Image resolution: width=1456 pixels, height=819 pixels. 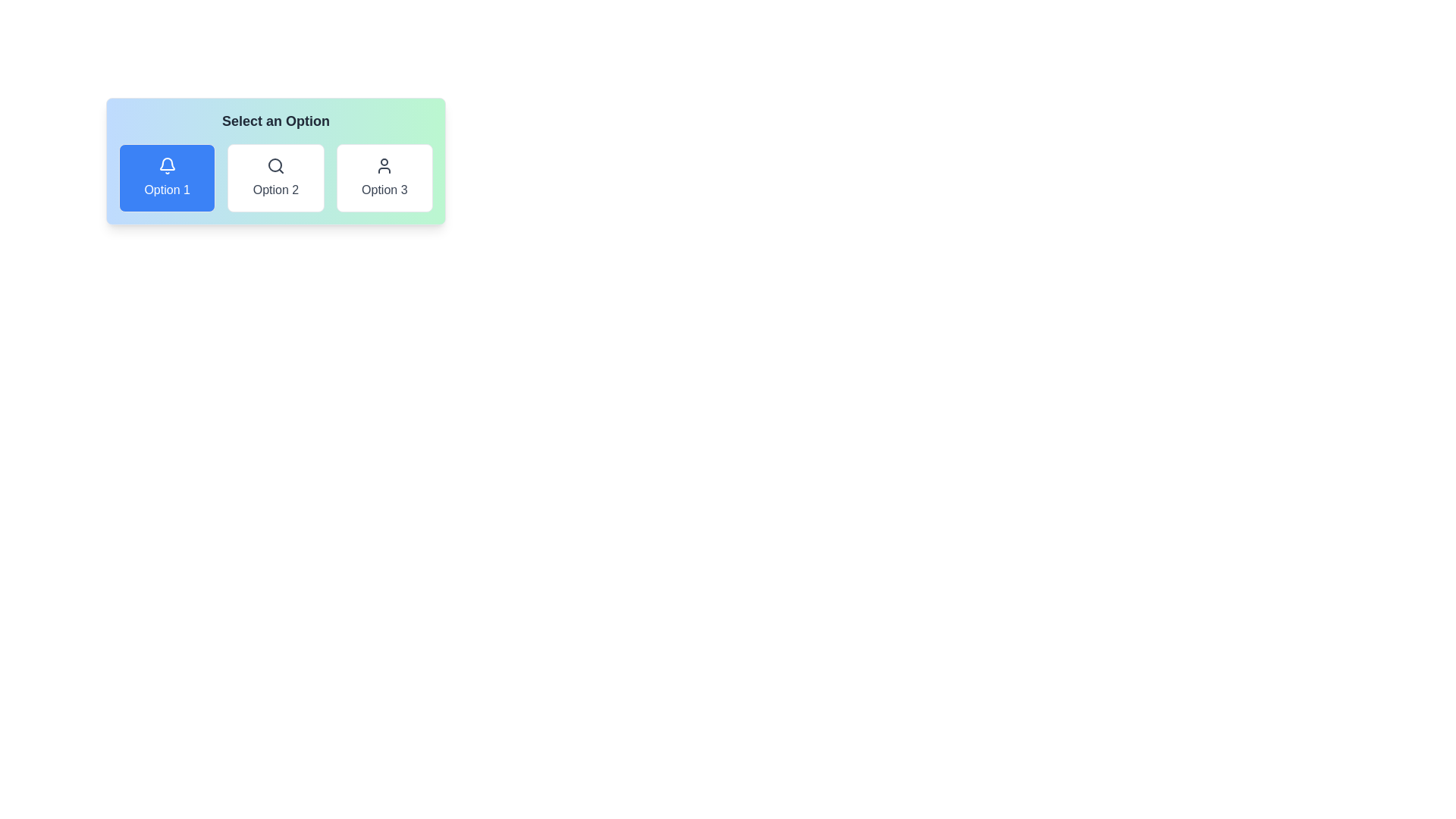 What do you see at coordinates (167, 166) in the screenshot?
I see `the bell icon within the button labeled 'Option 1', which is the leftmost button in a group of three options` at bounding box center [167, 166].